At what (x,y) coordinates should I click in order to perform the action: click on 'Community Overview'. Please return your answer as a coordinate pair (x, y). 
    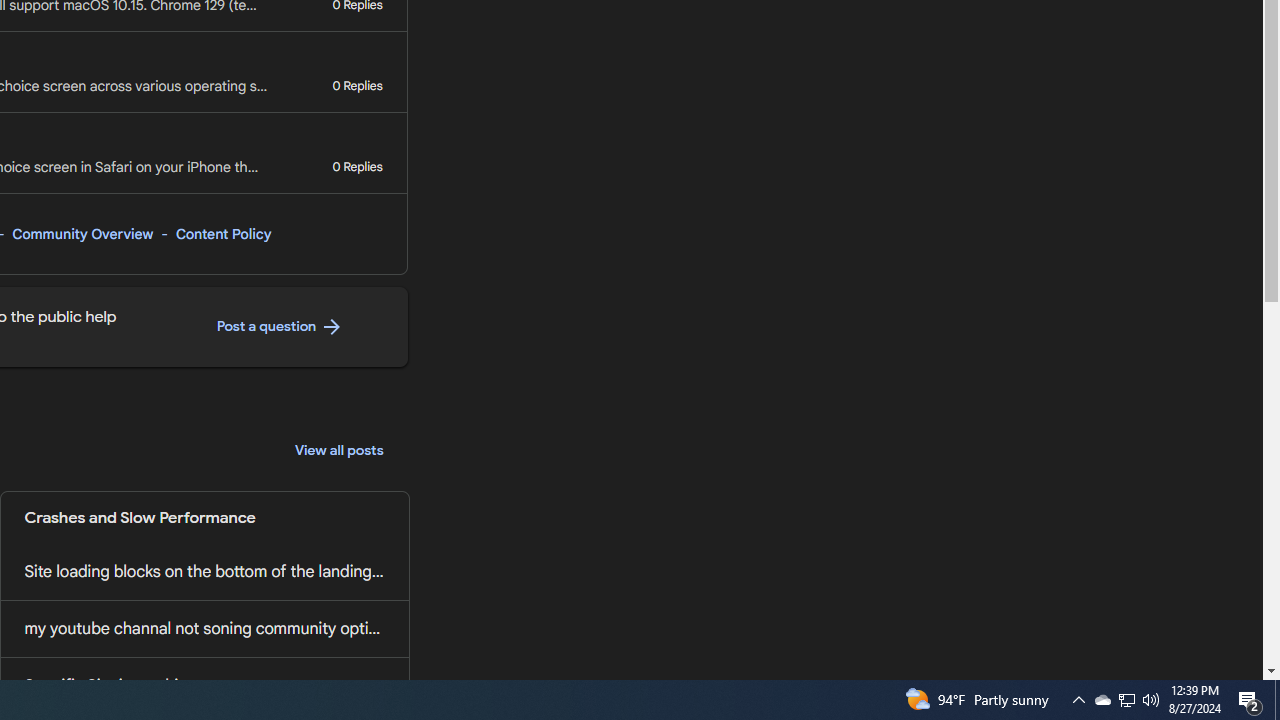
    Looking at the image, I should click on (81, 233).